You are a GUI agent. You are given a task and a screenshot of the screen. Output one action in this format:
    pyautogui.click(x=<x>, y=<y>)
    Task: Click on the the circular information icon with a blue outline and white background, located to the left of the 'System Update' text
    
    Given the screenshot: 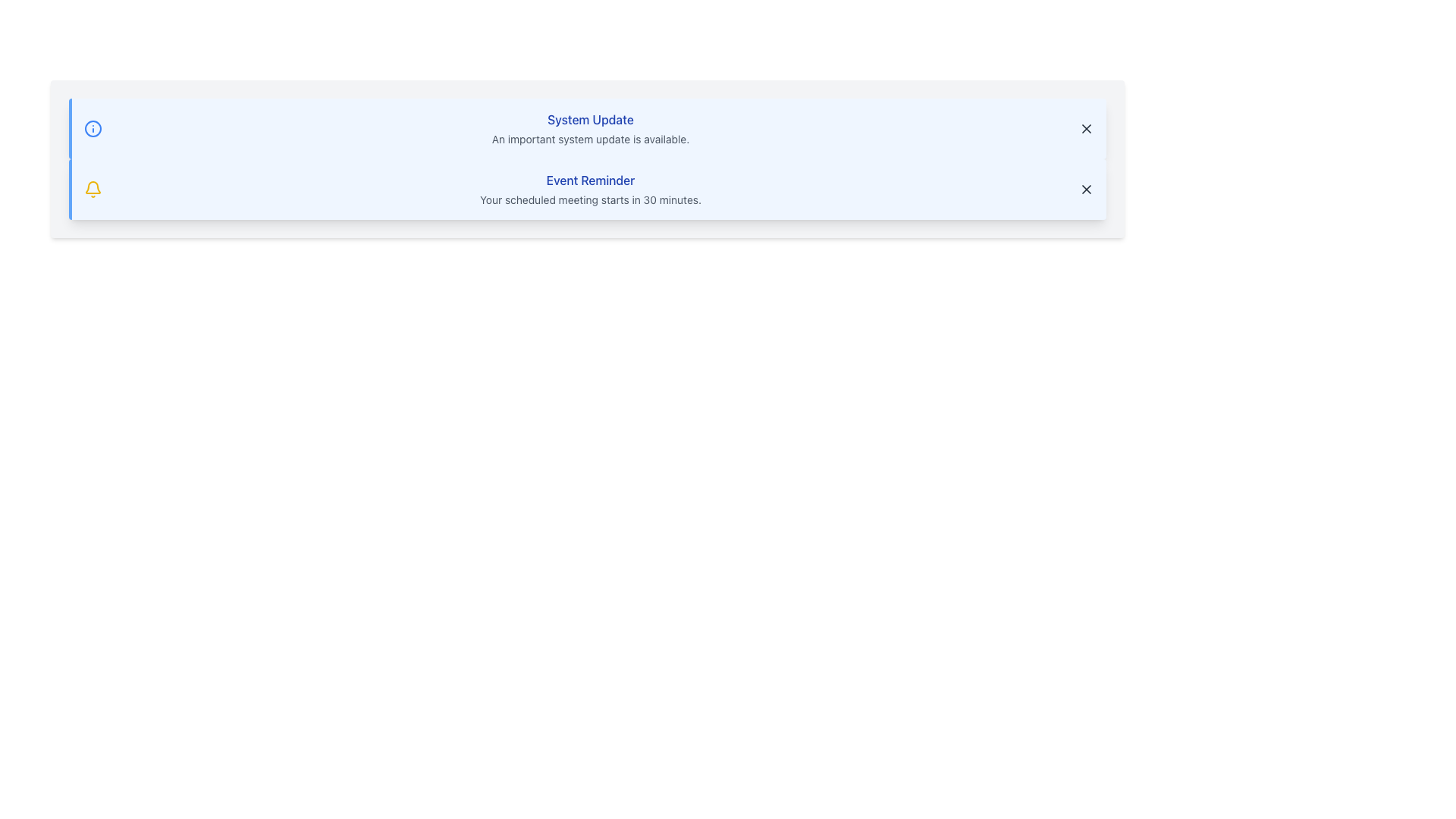 What is the action you would take?
    pyautogui.click(x=93, y=127)
    